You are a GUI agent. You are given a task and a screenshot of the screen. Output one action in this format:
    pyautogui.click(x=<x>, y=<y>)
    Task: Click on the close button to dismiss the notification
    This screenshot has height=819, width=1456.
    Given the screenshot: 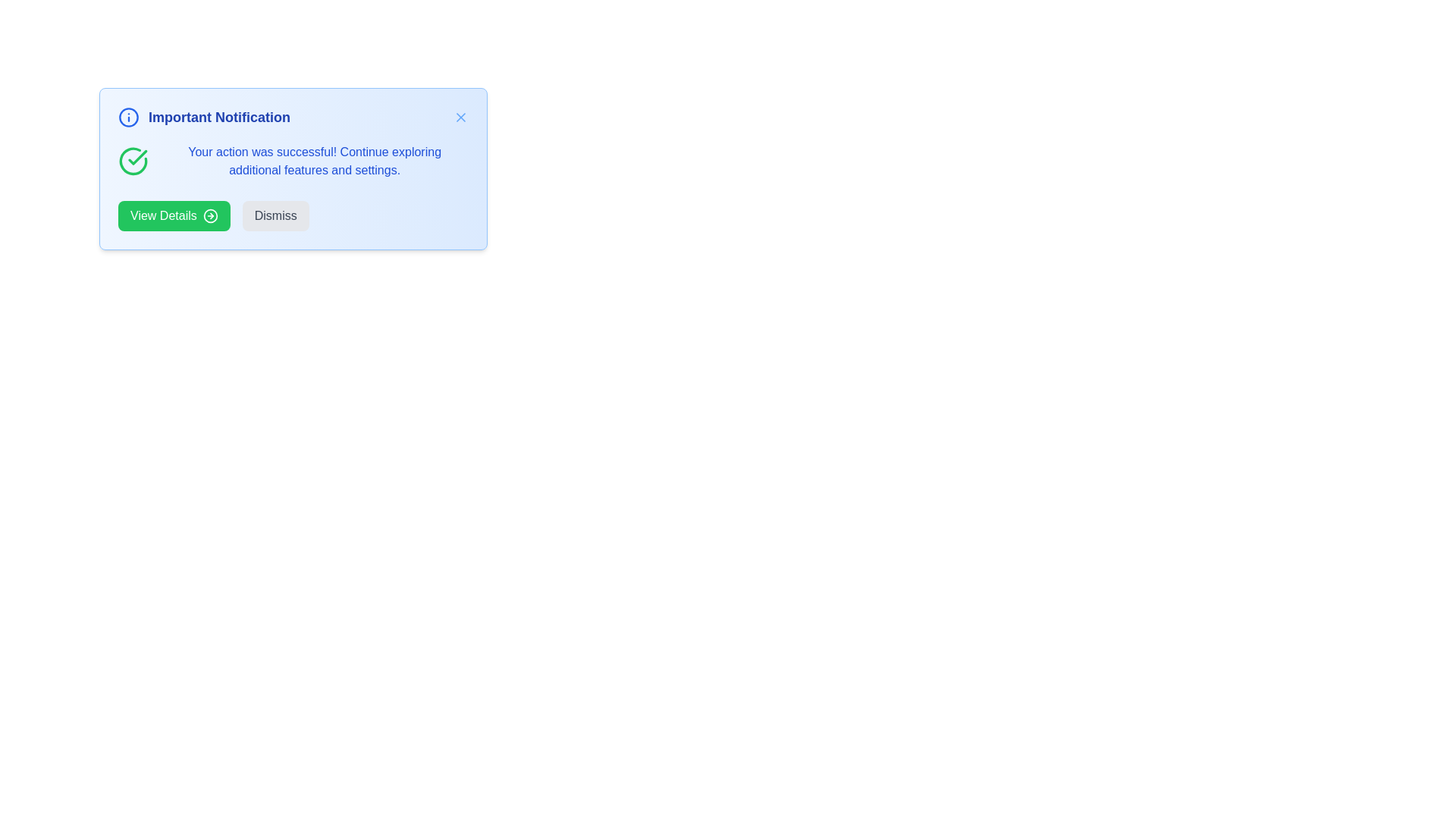 What is the action you would take?
    pyautogui.click(x=460, y=116)
    